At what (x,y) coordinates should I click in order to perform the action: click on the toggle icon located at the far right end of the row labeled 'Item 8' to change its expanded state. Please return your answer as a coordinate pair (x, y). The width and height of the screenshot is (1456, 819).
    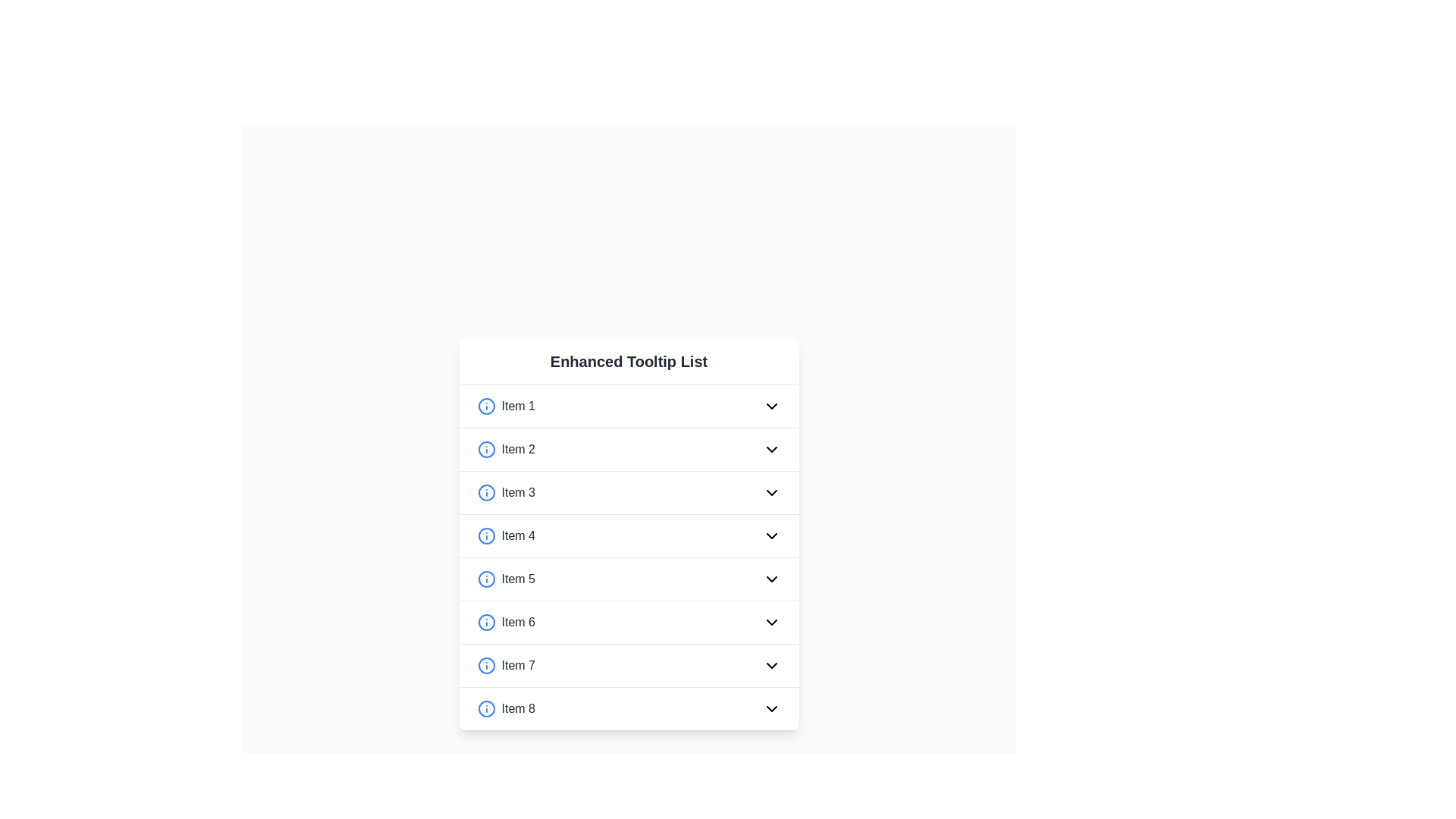
    Looking at the image, I should click on (771, 708).